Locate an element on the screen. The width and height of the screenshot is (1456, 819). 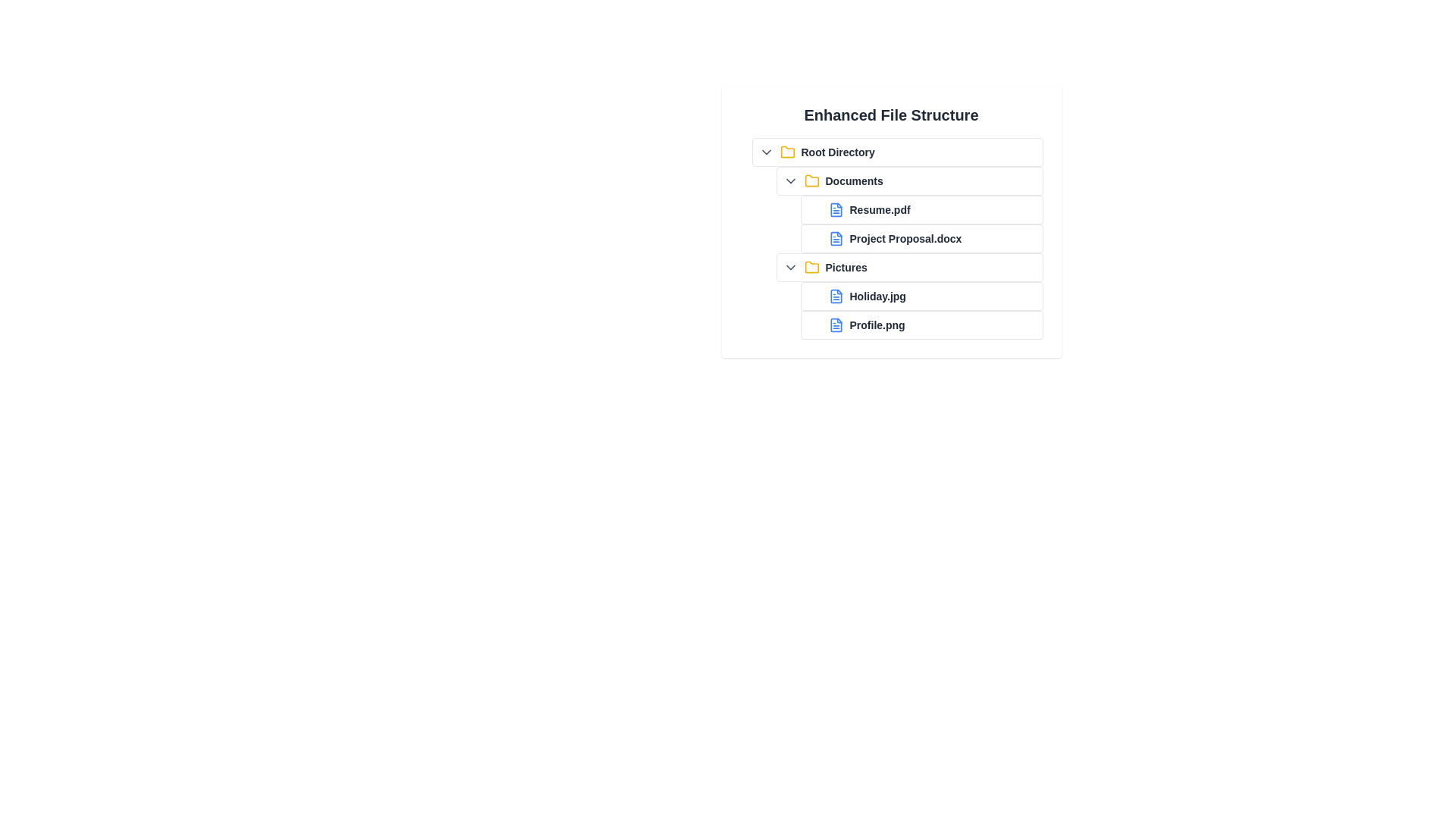
the 'Project Proposal.docx' file entry icon and label located in the 'Documents' folder under 'Root Directory' is located at coordinates (921, 239).